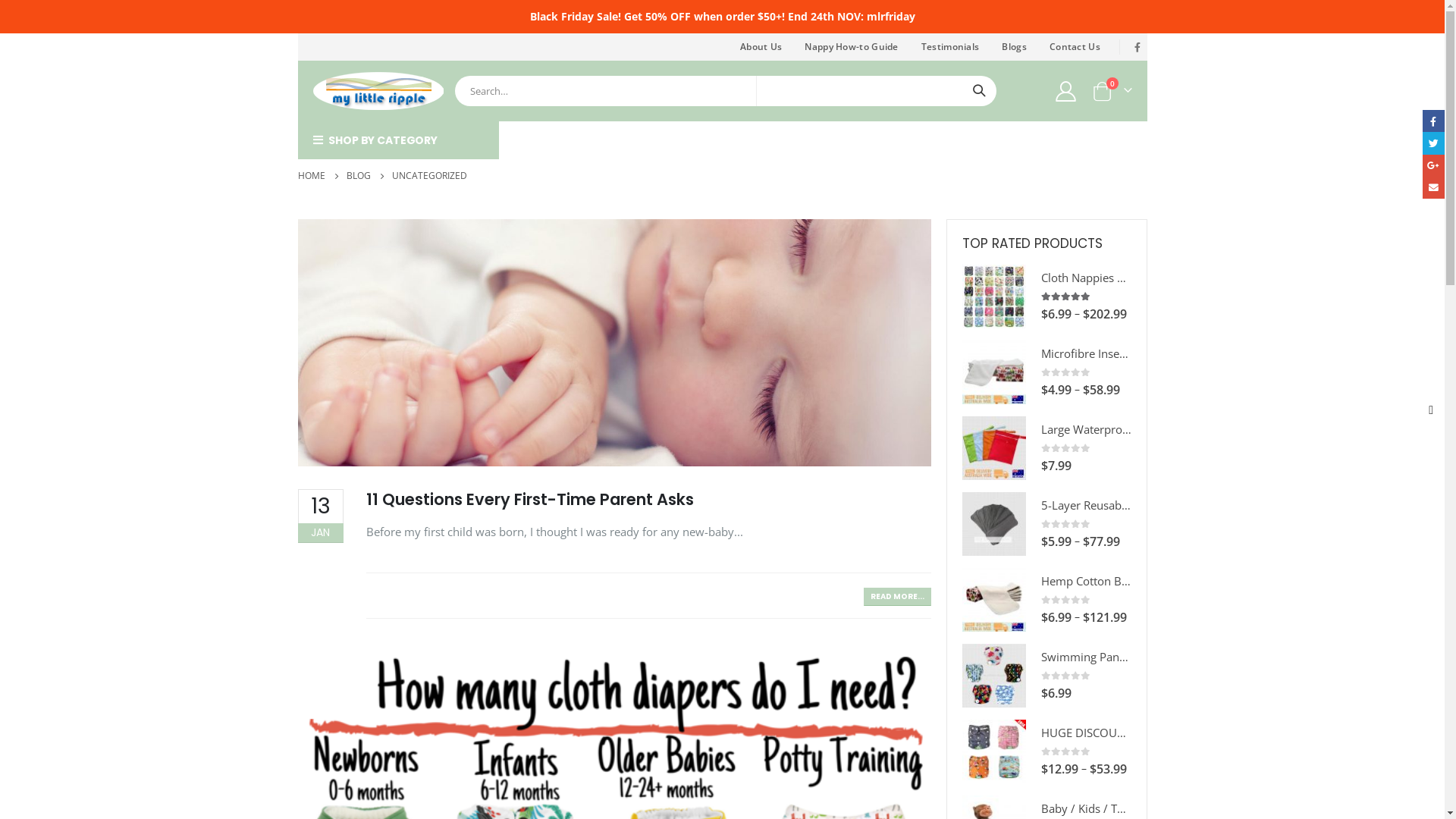  I want to click on 'Facebook', so click(1432, 120).